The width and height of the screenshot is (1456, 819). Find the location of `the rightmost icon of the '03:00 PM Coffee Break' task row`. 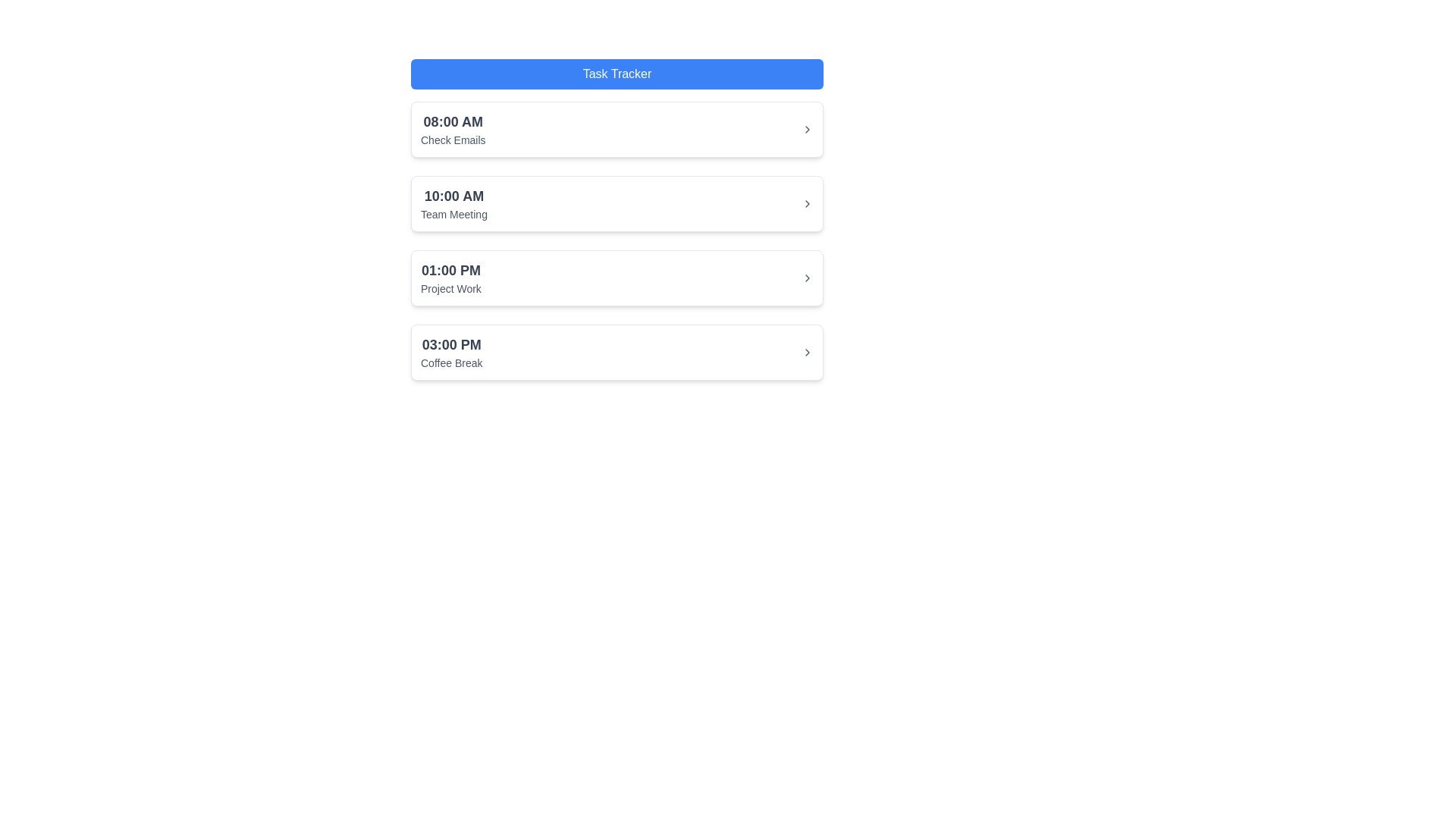

the rightmost icon of the '03:00 PM Coffee Break' task row is located at coordinates (807, 353).